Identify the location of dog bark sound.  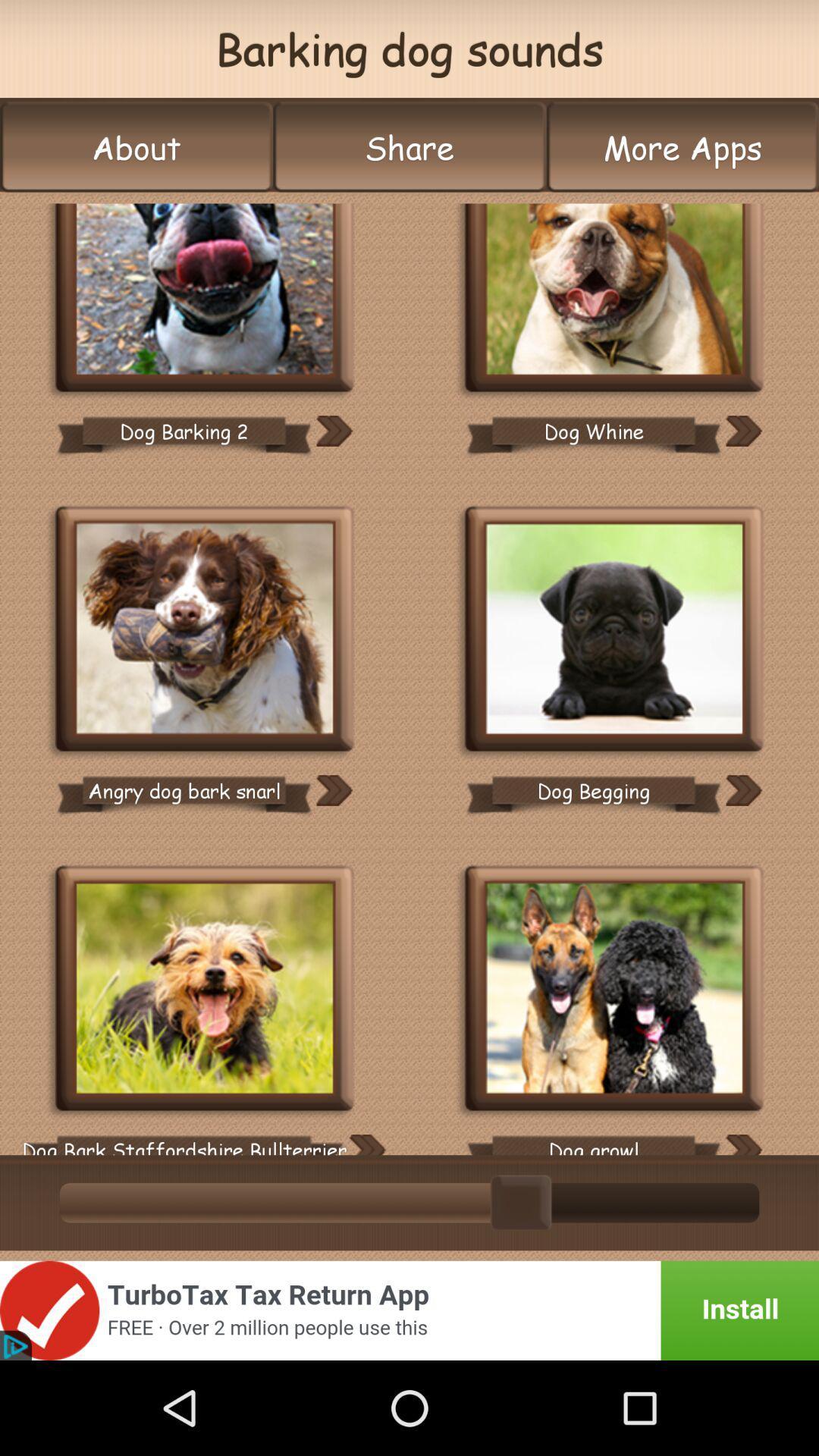
(205, 990).